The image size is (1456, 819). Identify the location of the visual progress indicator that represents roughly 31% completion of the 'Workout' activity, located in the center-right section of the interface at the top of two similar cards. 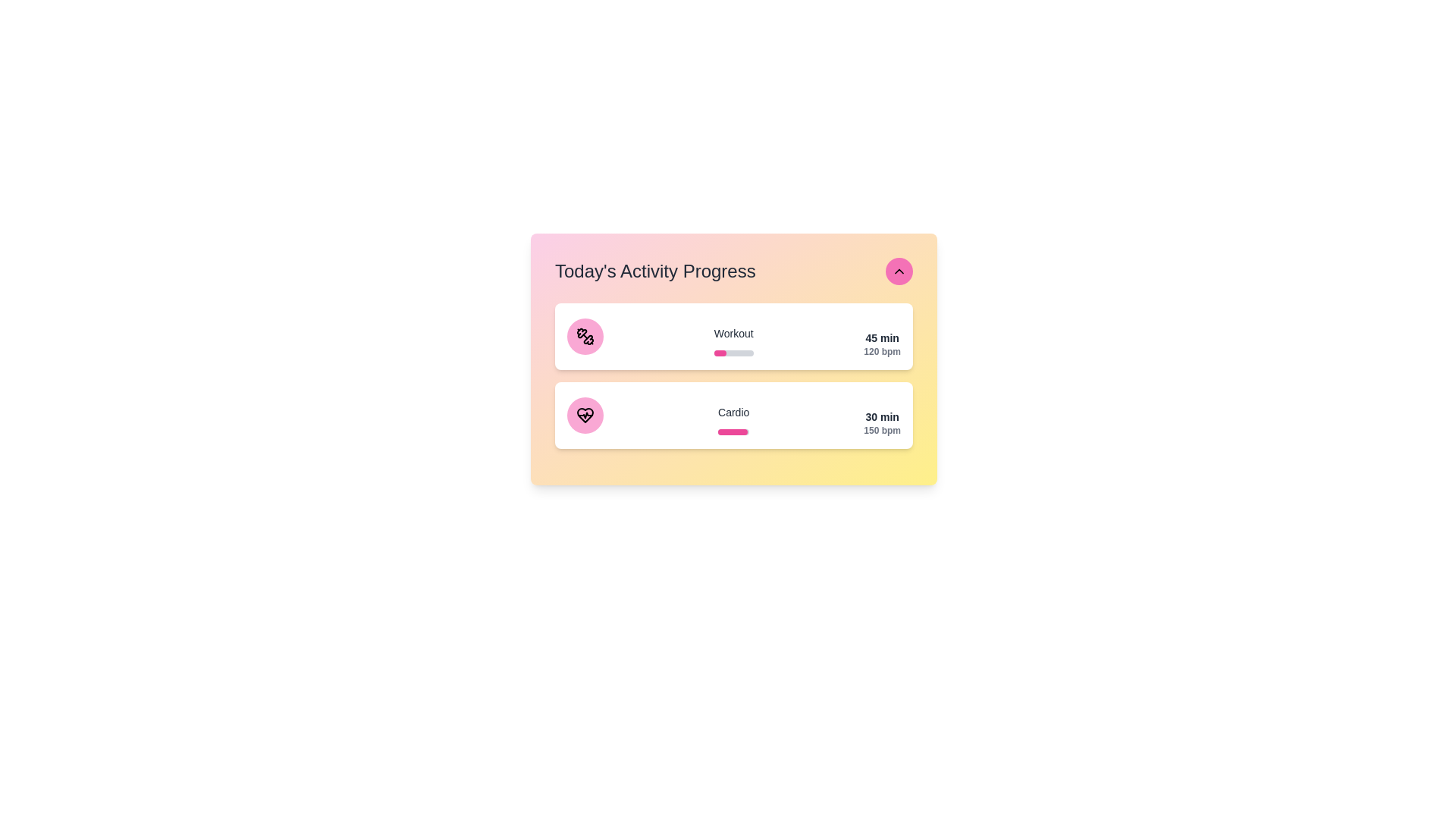
(719, 353).